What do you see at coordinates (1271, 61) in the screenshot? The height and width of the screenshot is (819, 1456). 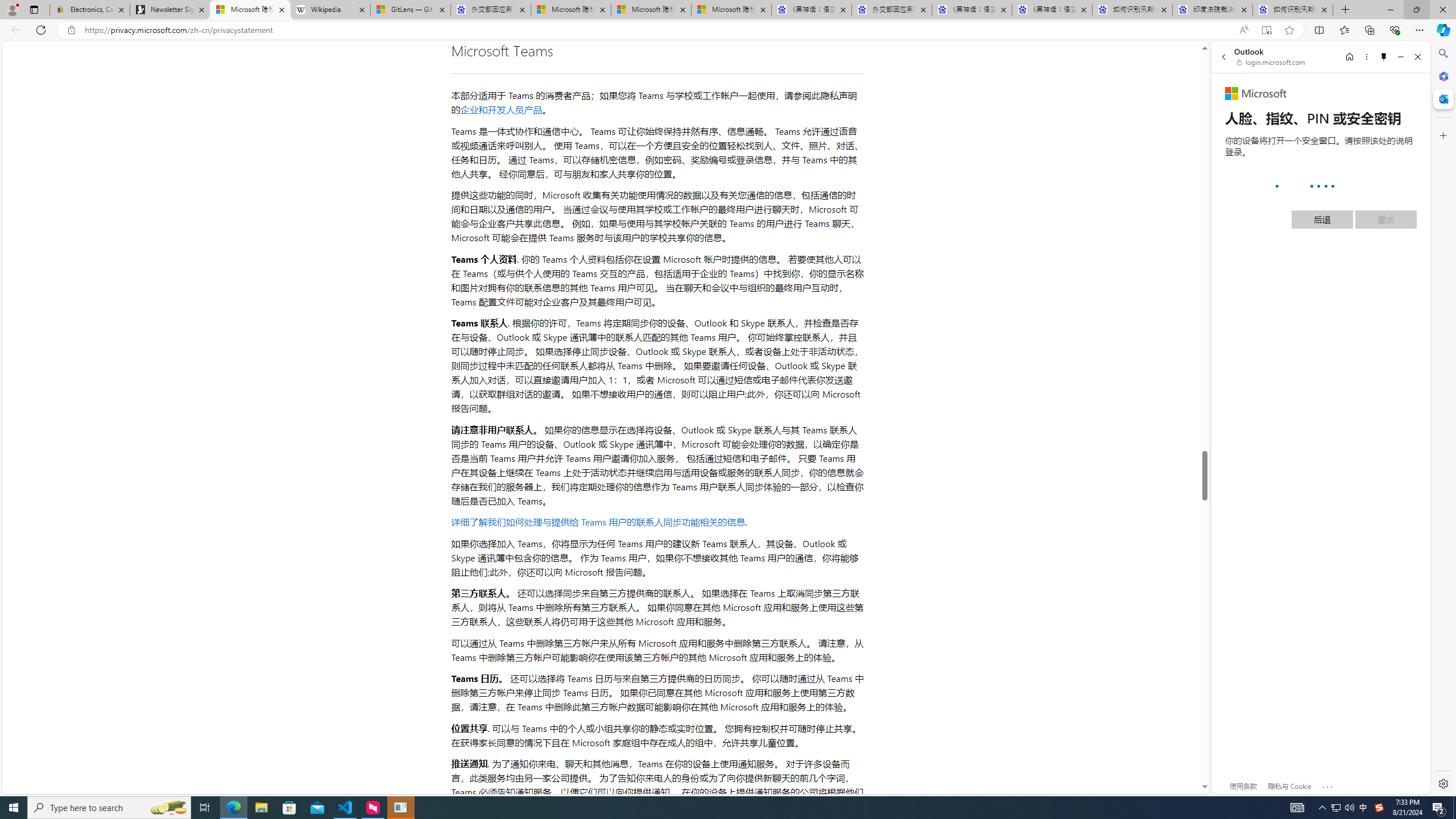 I see `'login.microsoft.com'` at bounding box center [1271, 61].